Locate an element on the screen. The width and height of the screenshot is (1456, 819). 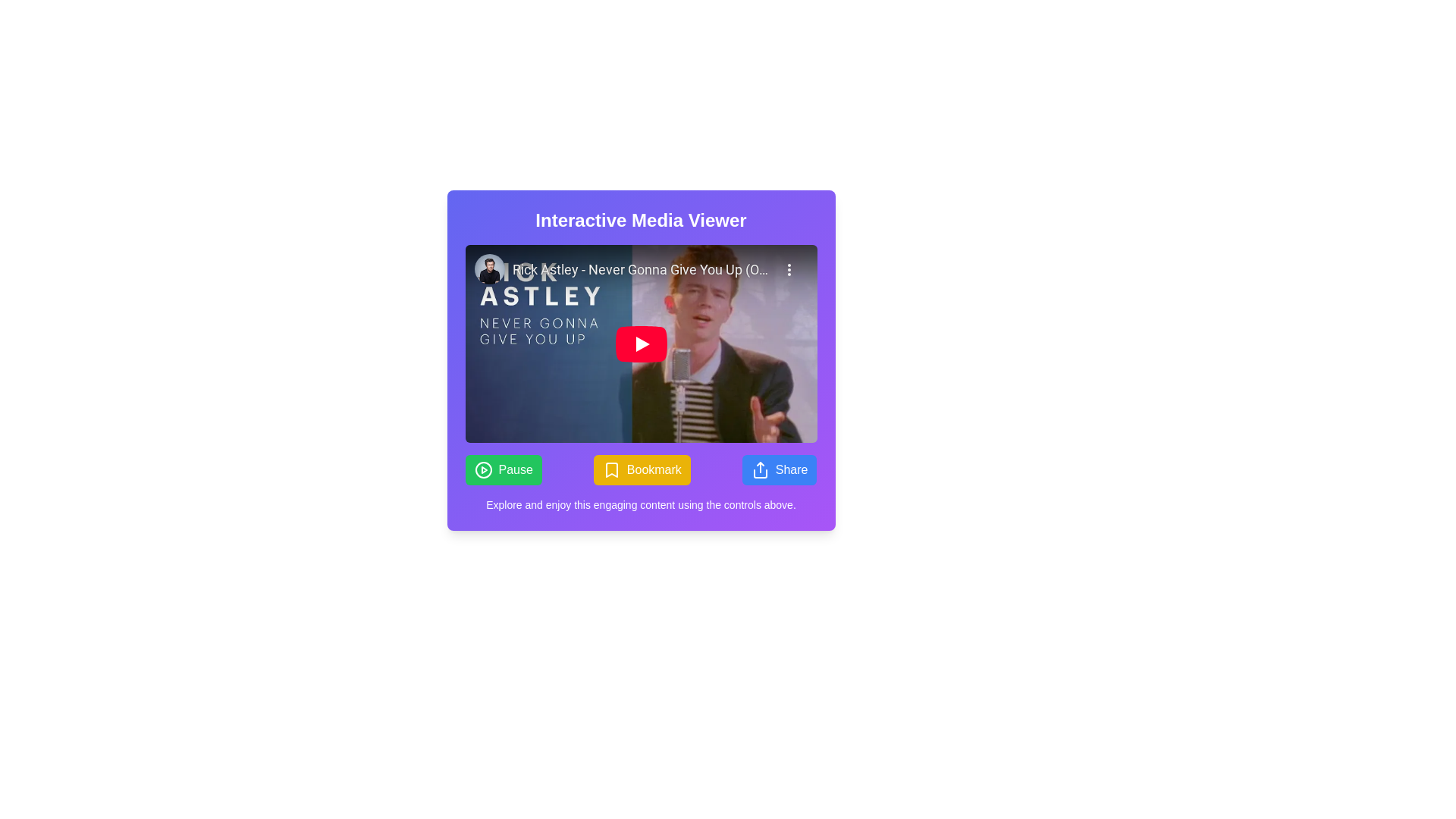
the yellow bookmark icon located at the bottom center of the interface is located at coordinates (611, 469).